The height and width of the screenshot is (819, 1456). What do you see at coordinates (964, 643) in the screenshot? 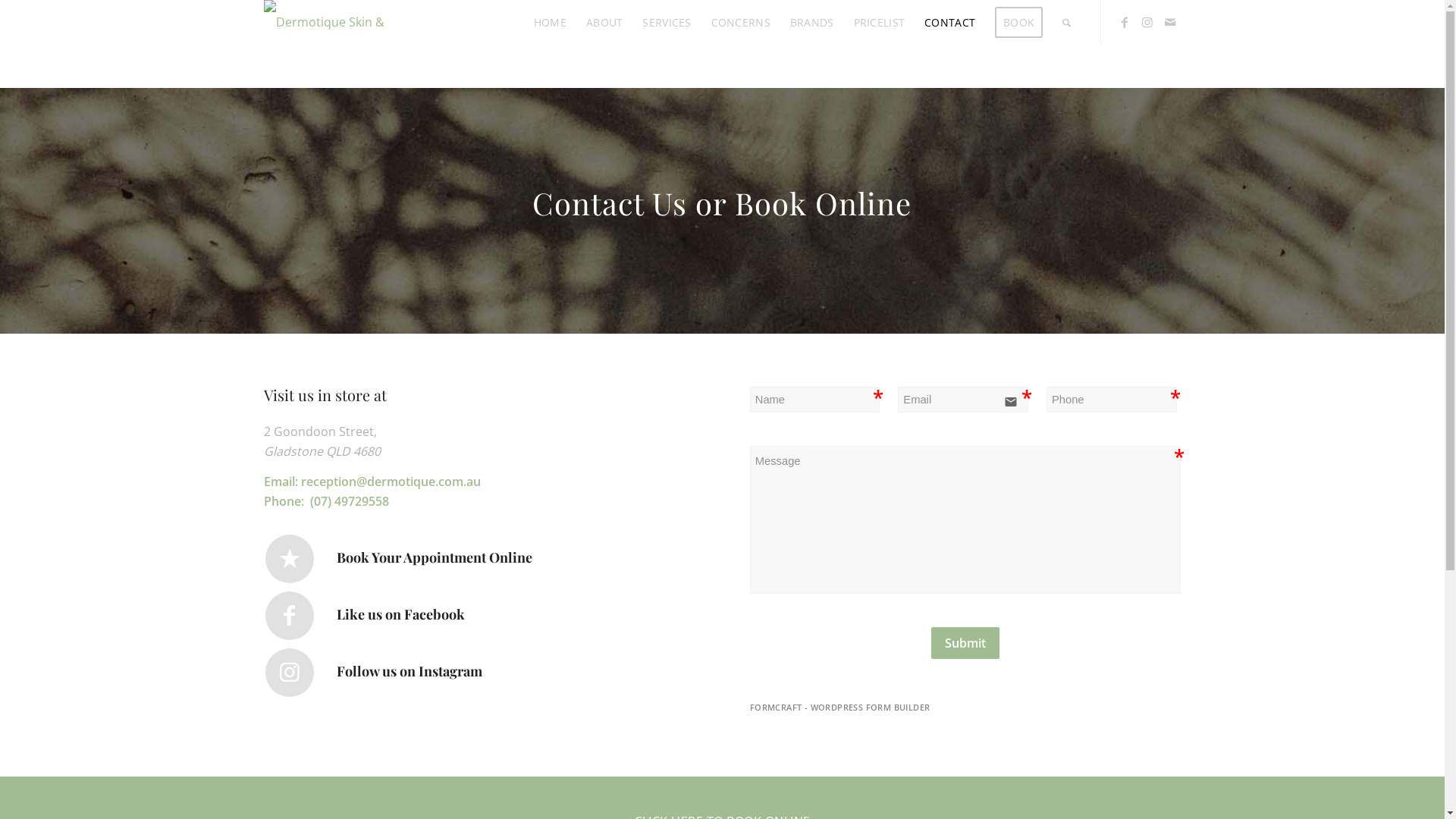
I see `'Submit'` at bounding box center [964, 643].